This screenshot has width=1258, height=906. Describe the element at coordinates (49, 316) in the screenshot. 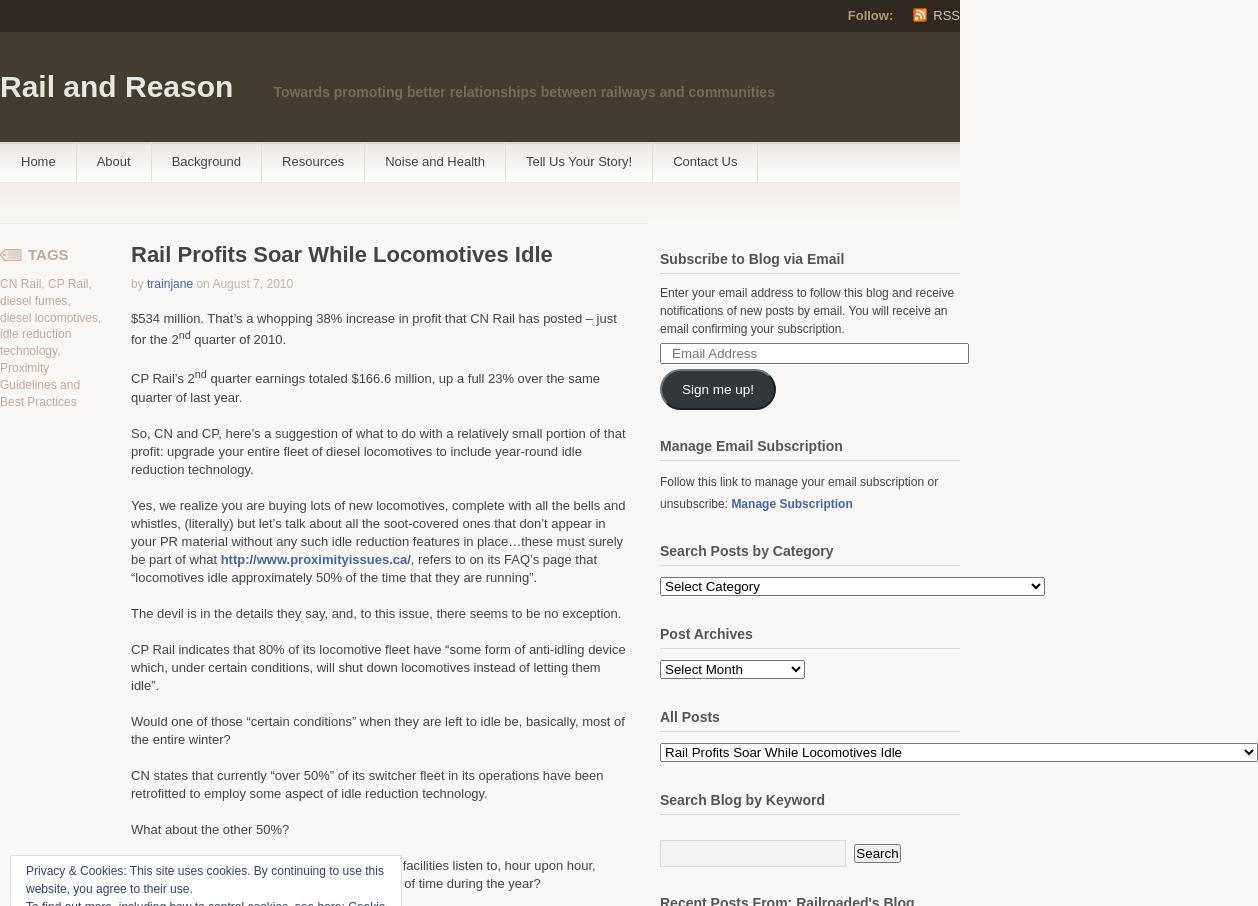

I see `'diesel locomotives'` at that location.